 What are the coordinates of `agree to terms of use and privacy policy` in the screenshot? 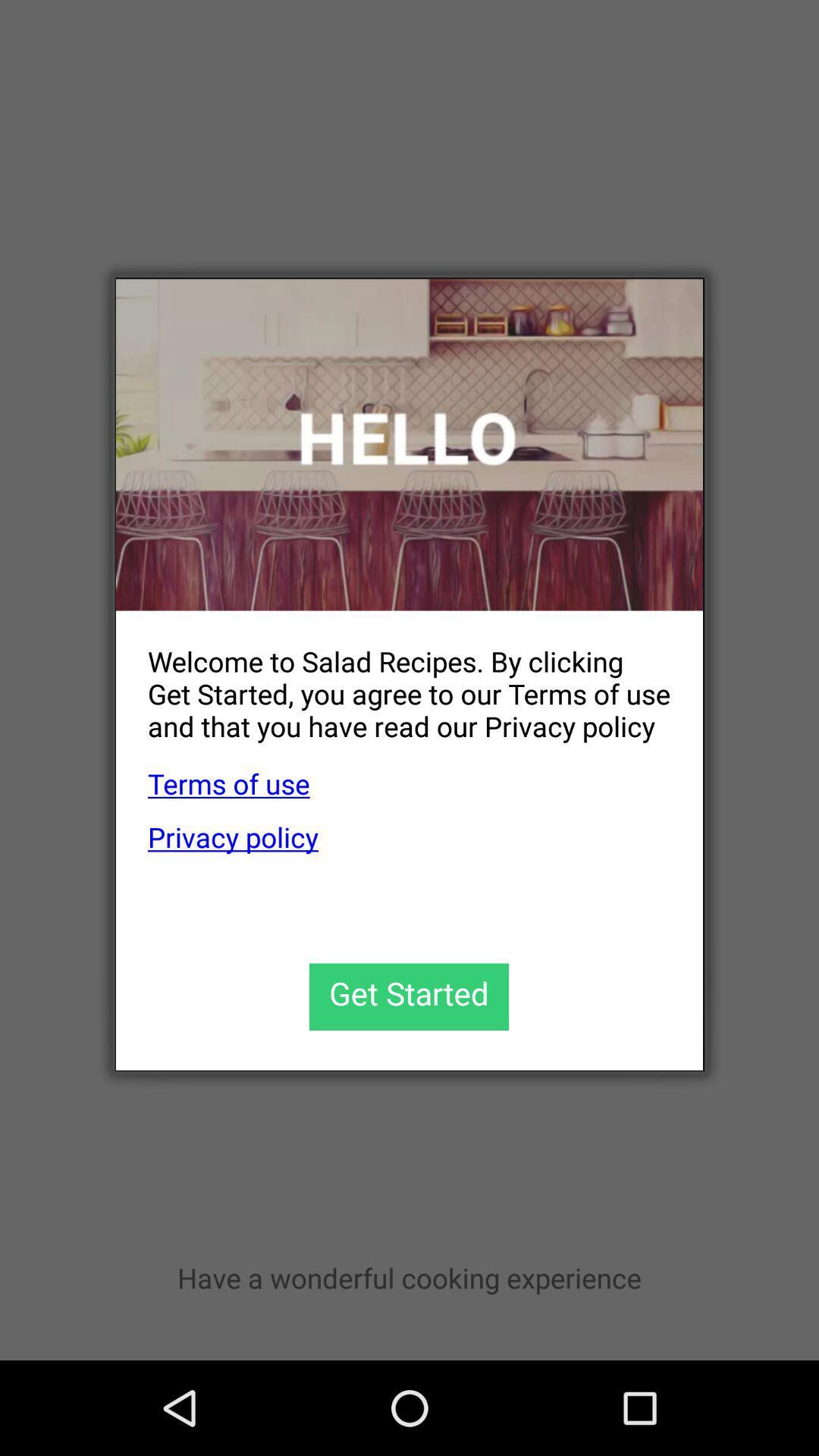 It's located at (408, 996).